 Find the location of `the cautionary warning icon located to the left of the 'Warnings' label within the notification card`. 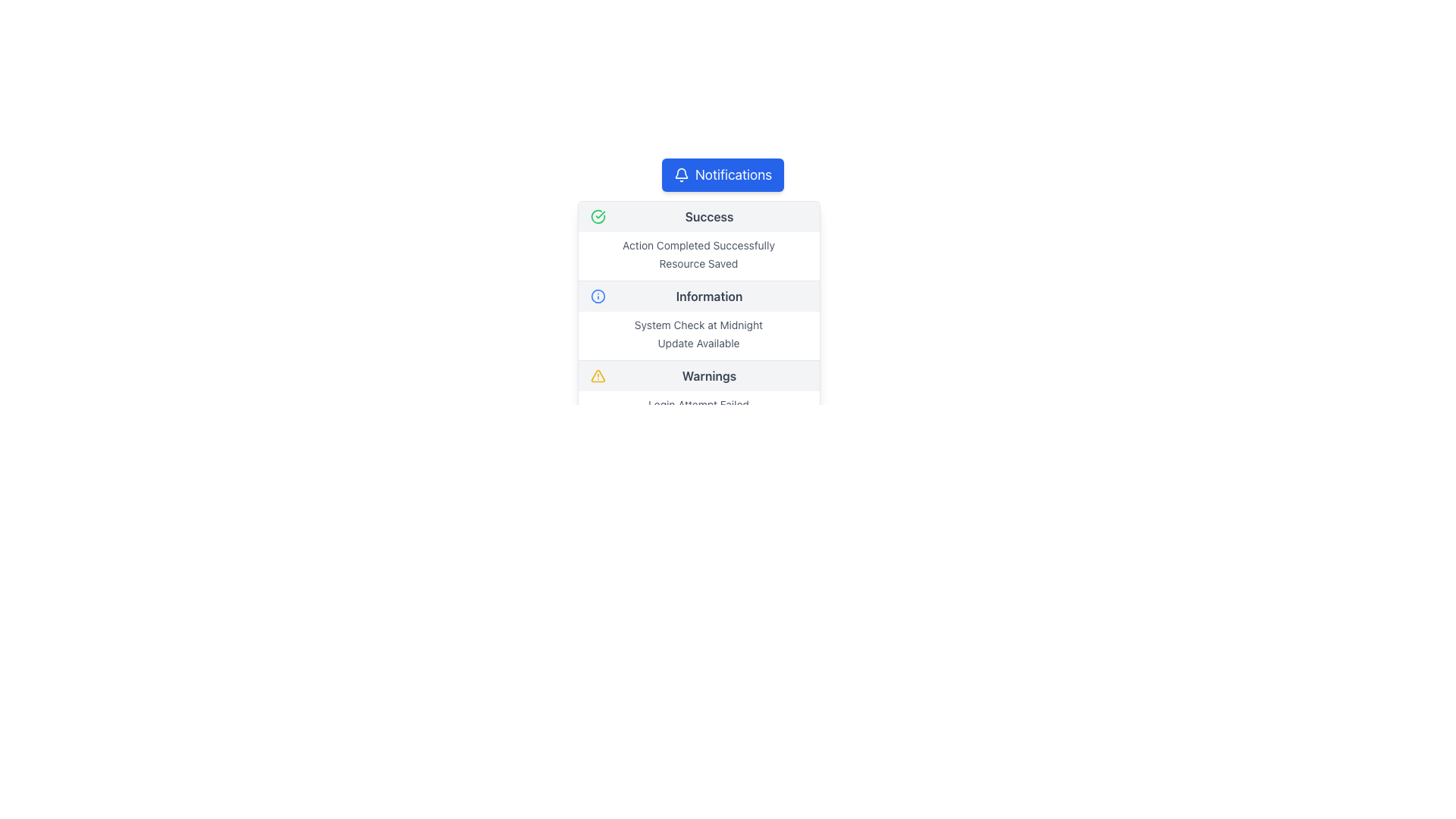

the cautionary warning icon located to the left of the 'Warnings' label within the notification card is located at coordinates (597, 375).